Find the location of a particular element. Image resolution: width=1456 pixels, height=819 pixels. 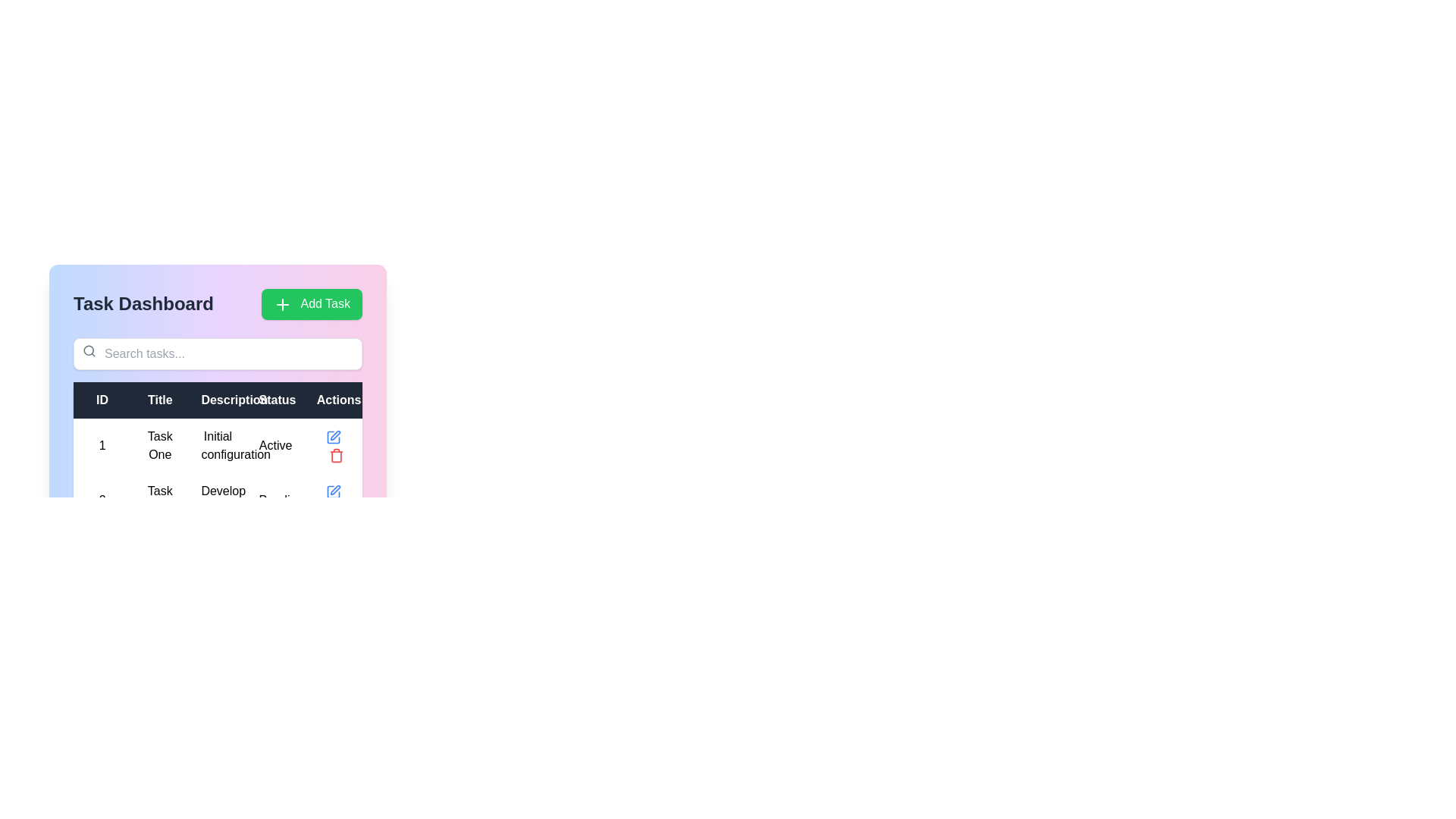

text from the Table Header Cell labeled 'ID', which is displayed in a white sans-serif font on a dark blue background, located in the first column of the header row of the table is located at coordinates (102, 399).